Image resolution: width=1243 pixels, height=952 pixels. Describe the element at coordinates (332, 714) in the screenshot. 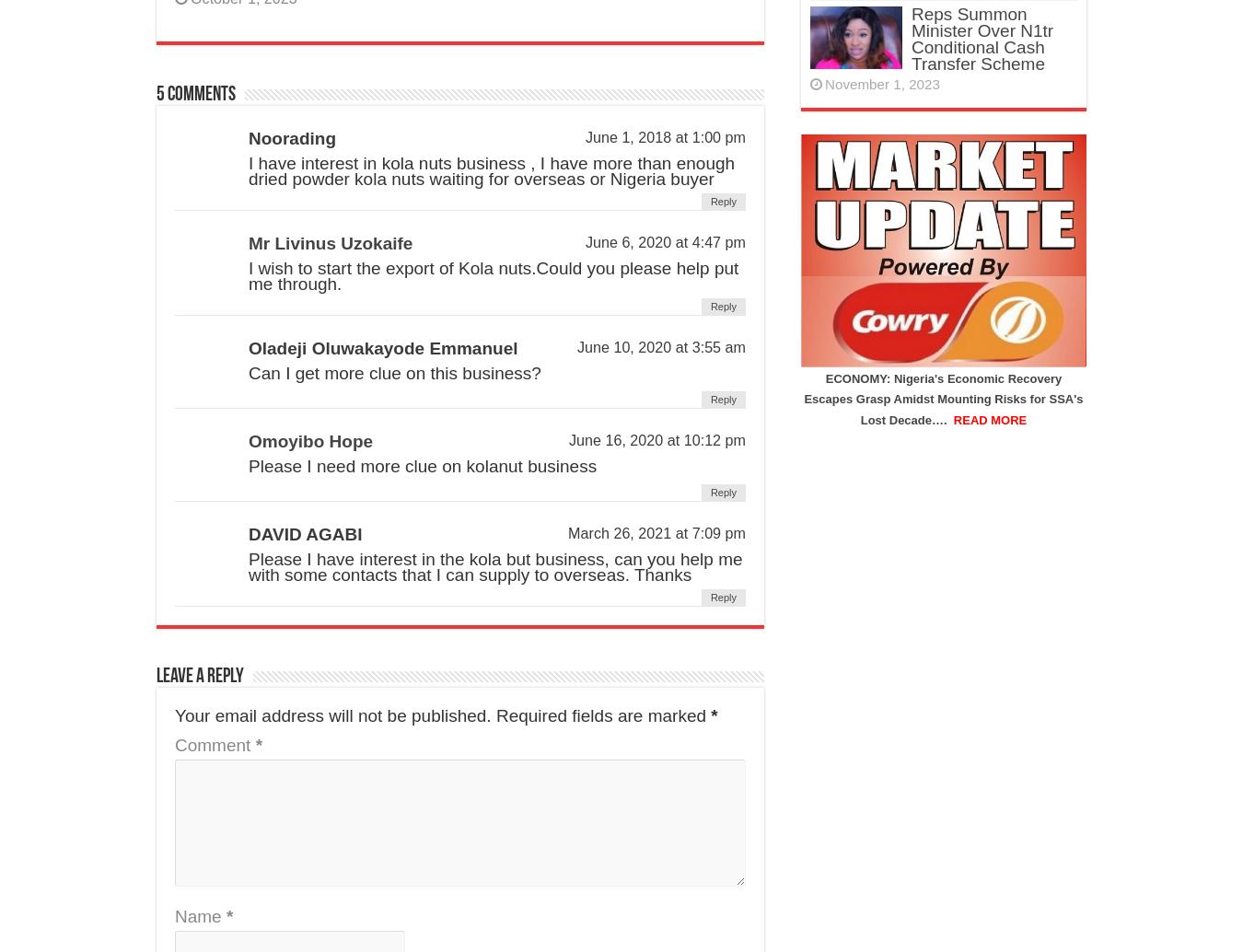

I see `'Your email address will not be published.'` at that location.